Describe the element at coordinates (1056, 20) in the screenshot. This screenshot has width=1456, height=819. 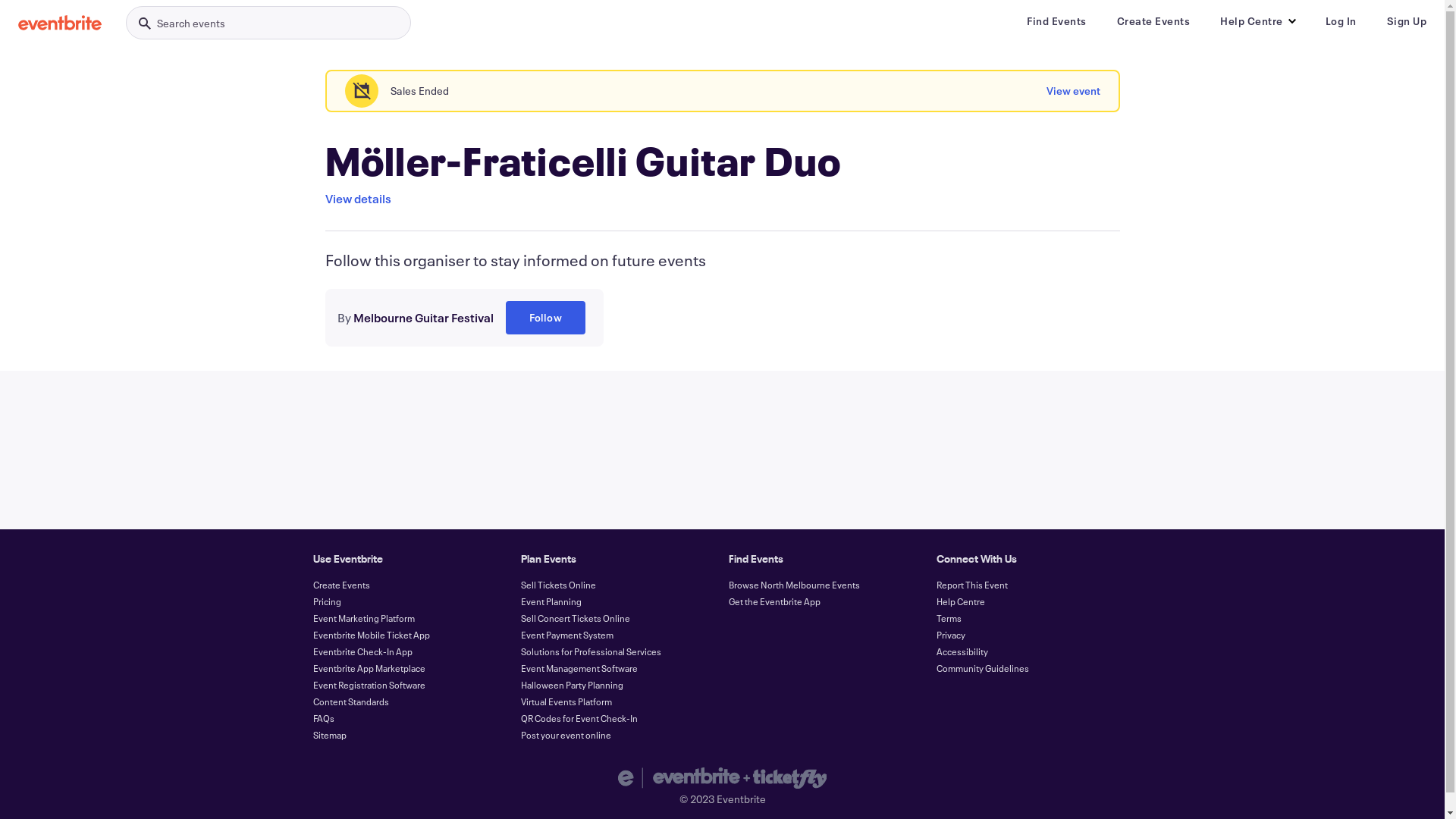
I see `'Find Events'` at that location.